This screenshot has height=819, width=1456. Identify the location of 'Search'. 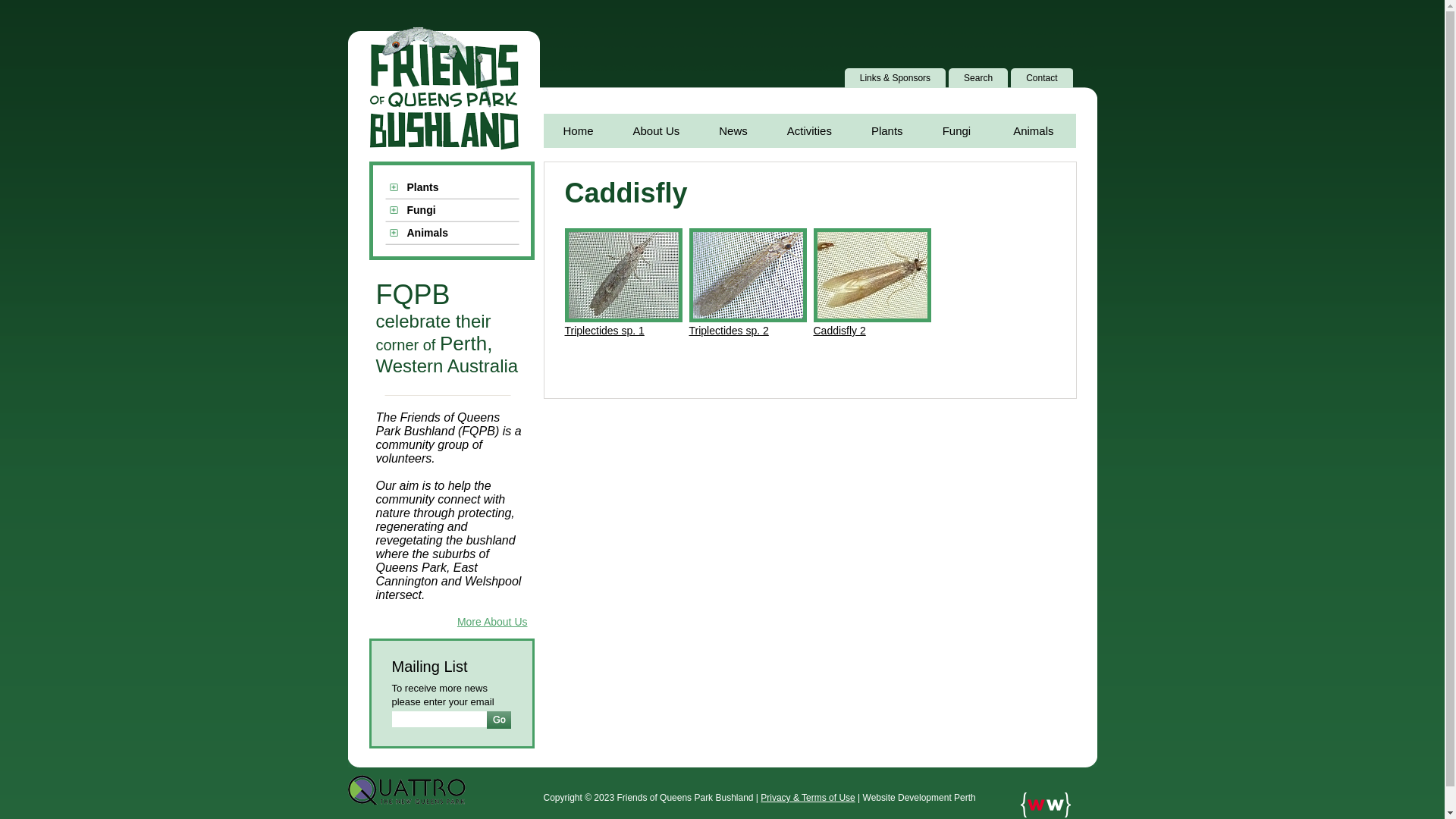
(981, 78).